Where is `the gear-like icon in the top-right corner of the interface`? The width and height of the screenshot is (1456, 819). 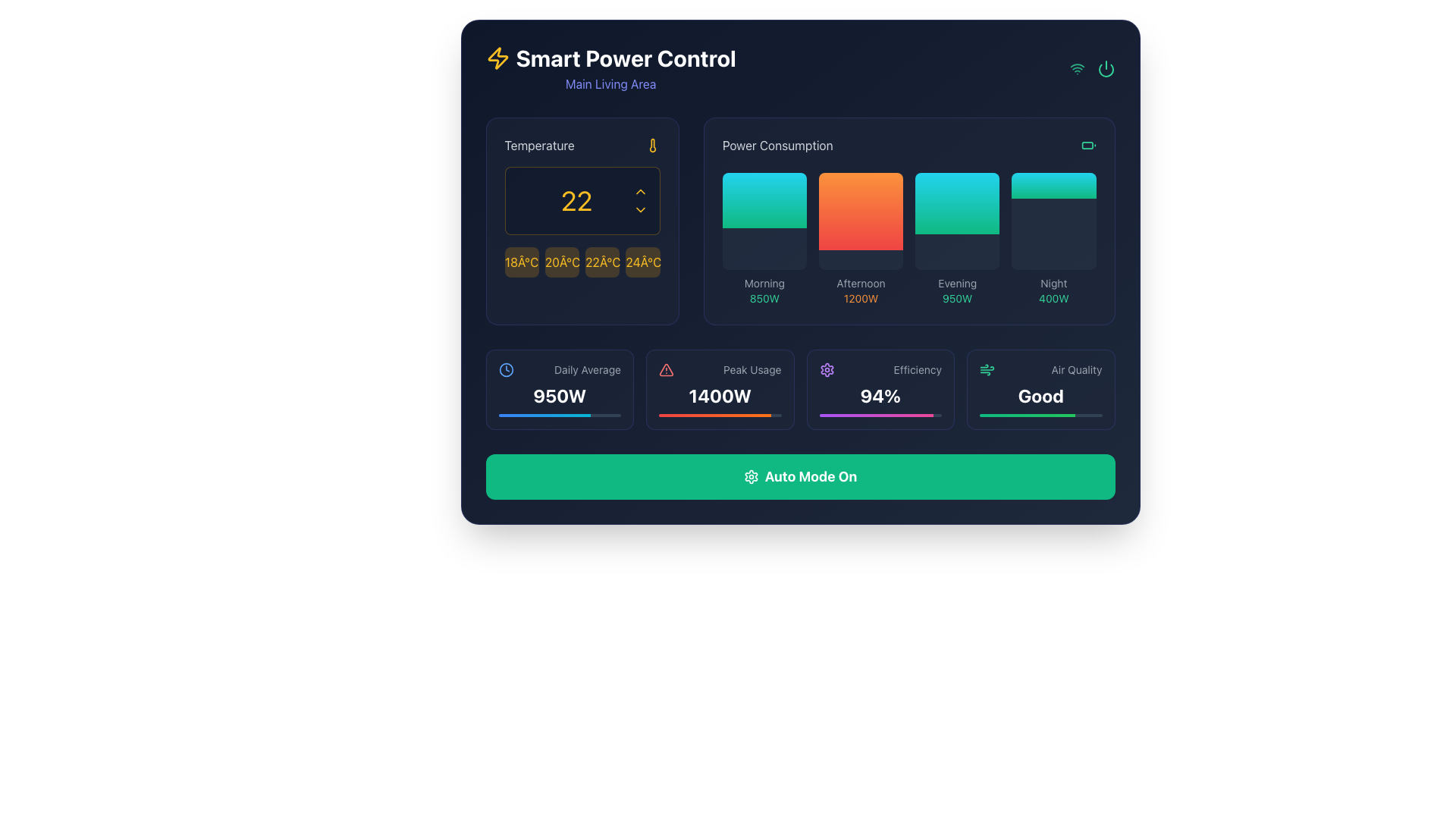
the gear-like icon in the top-right corner of the interface is located at coordinates (751, 475).